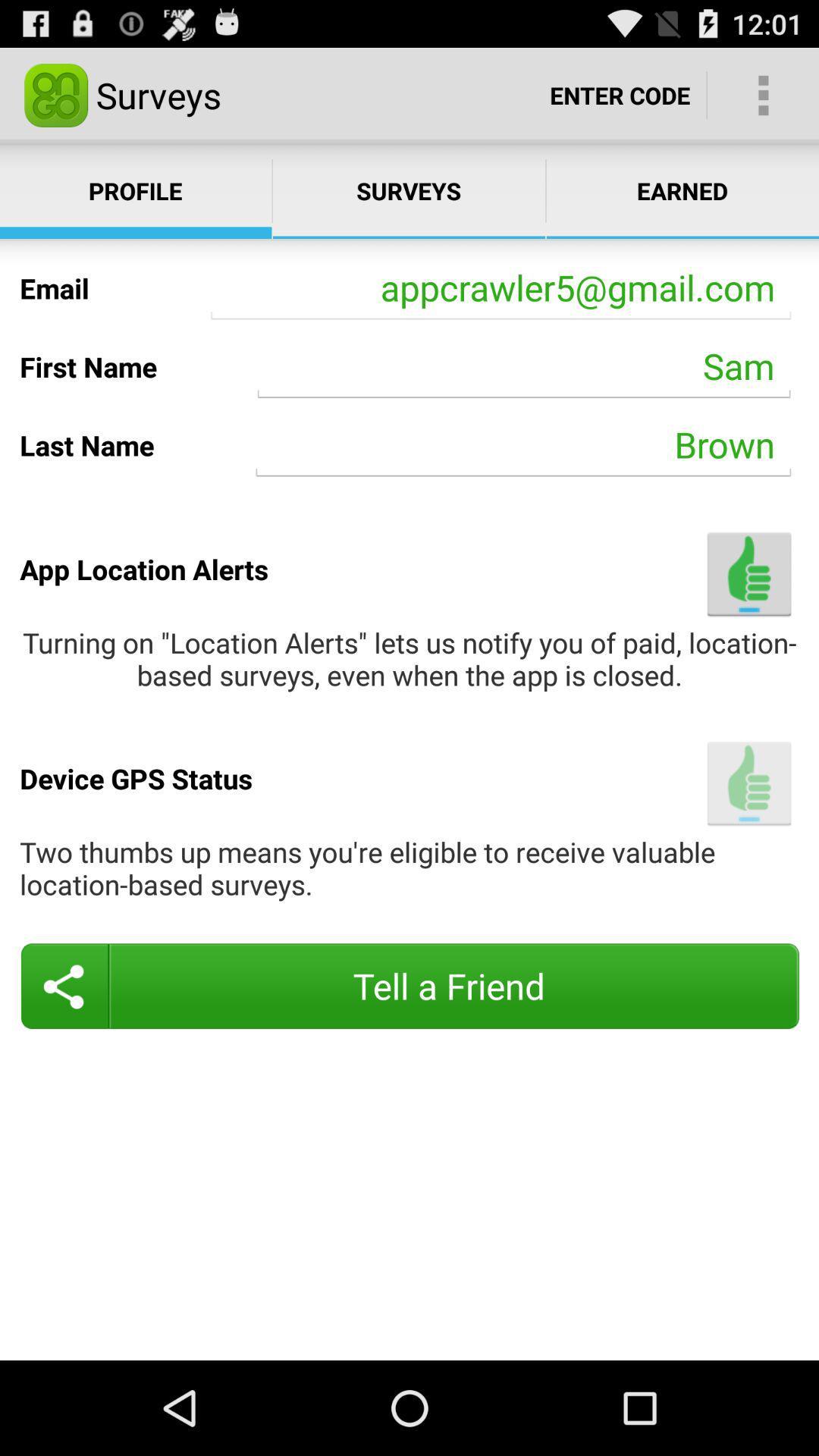 This screenshot has width=819, height=1456. I want to click on icon next to app location alerts, so click(748, 573).